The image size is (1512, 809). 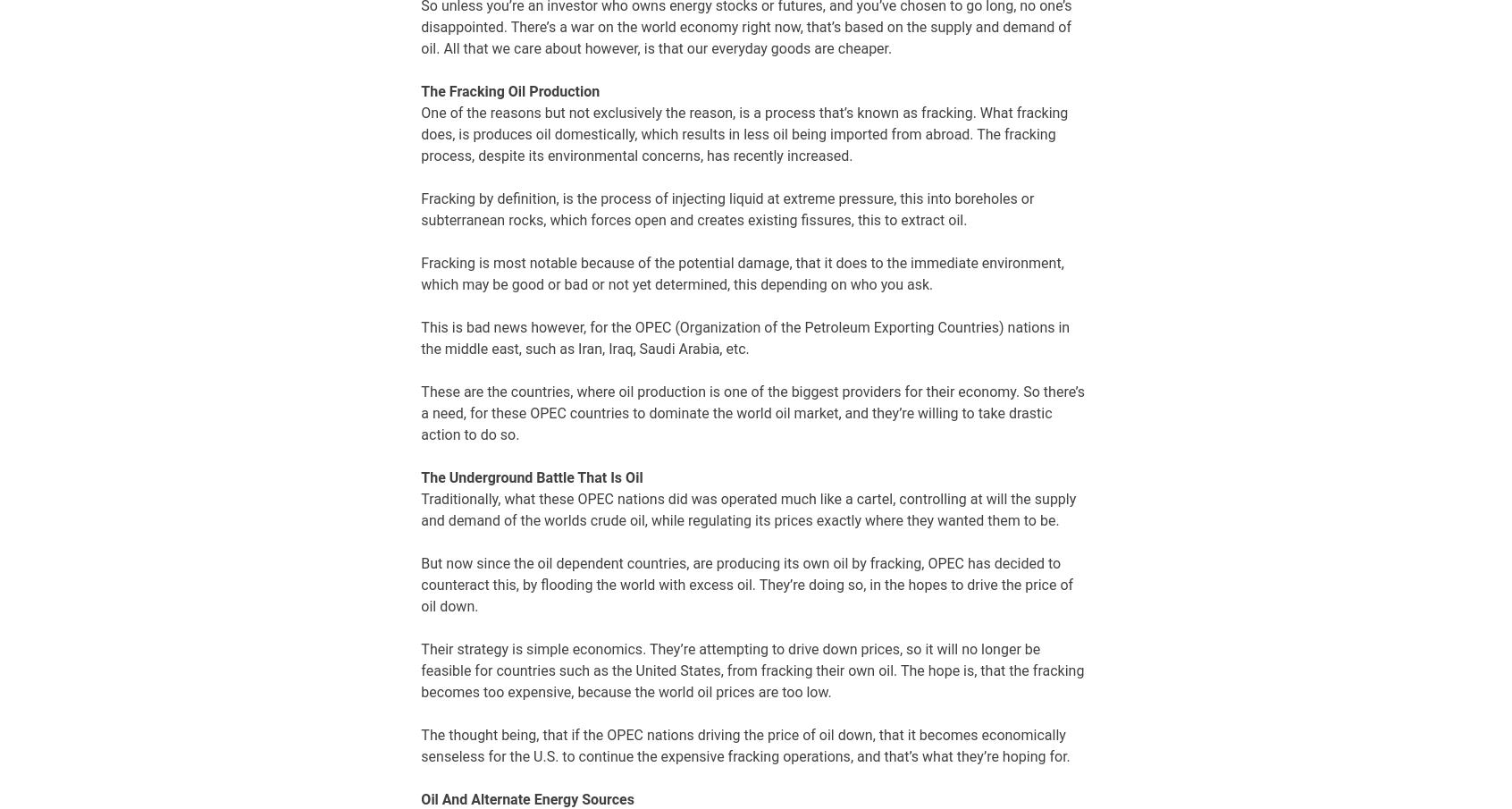 I want to click on 'Traditionally, what these OPEC nations did was operated much like a cartel, controlling at will the supply and demand of the worlds crude oil, while regulating its prices exactly where they wanted them to be.', so click(x=748, y=509).